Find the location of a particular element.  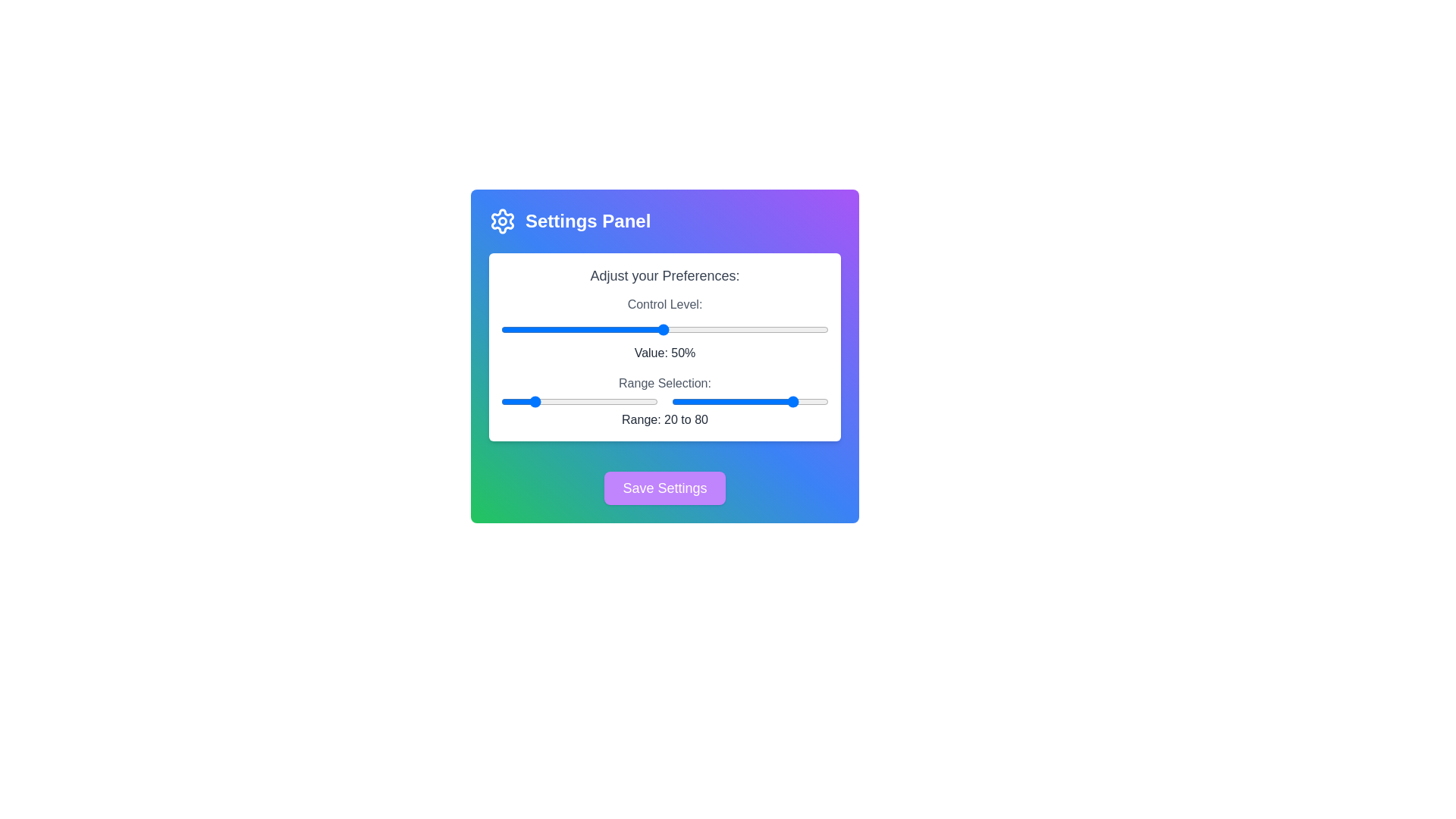

the slider is located at coordinates (794, 400).